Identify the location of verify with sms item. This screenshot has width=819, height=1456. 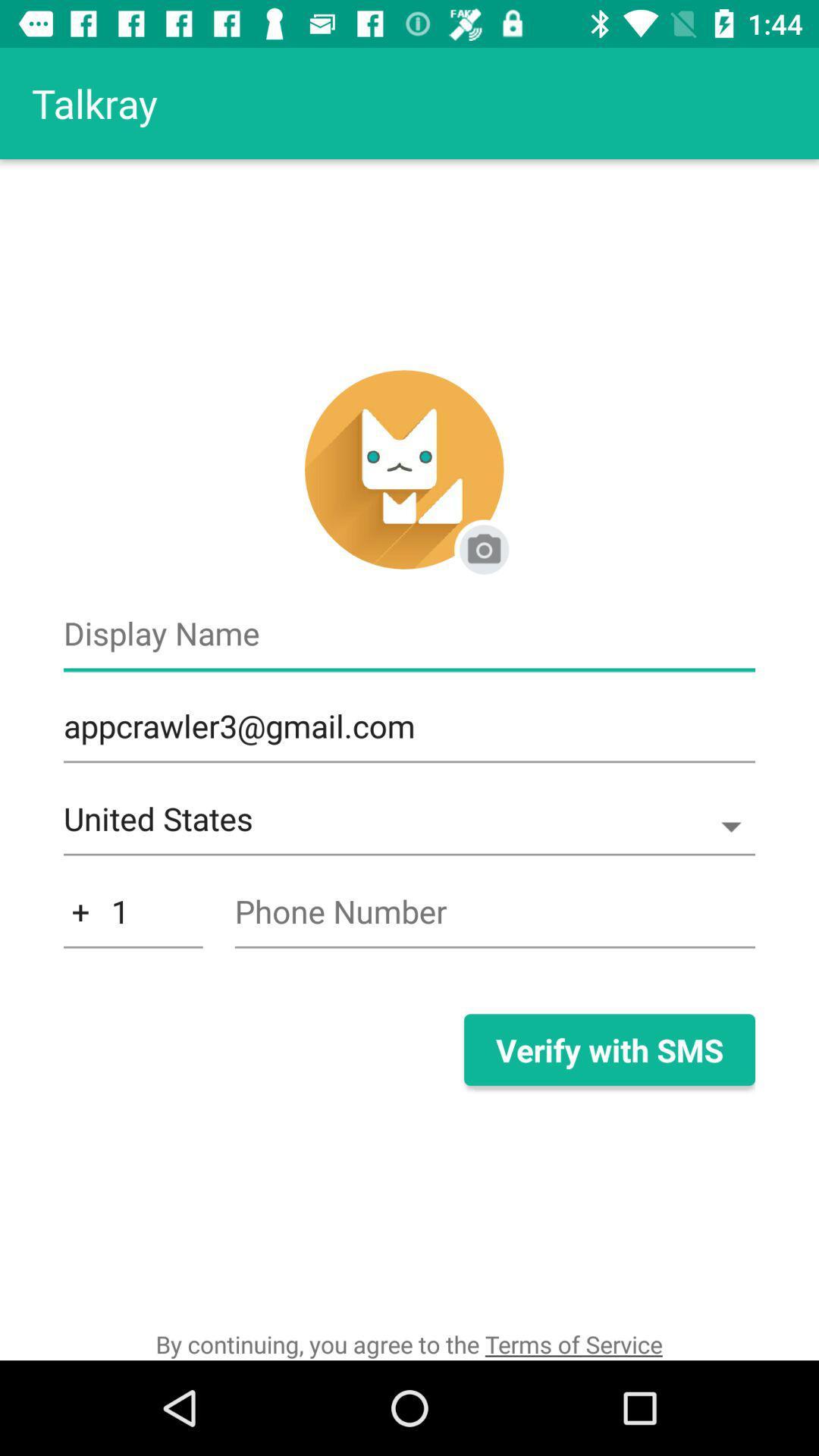
(608, 1049).